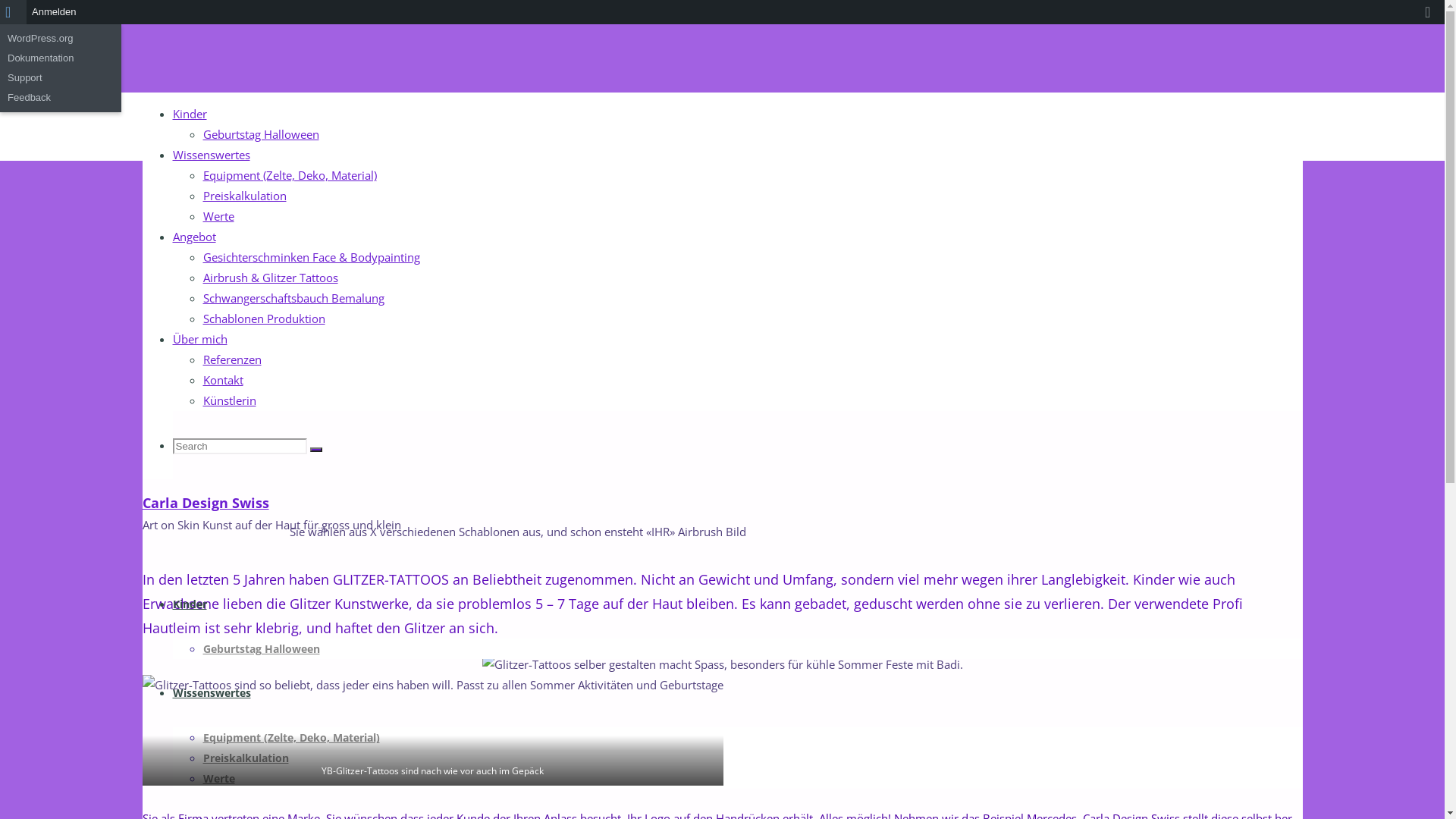  What do you see at coordinates (311, 256) in the screenshot?
I see `'Gesichterschminken Face & Bodypainting'` at bounding box center [311, 256].